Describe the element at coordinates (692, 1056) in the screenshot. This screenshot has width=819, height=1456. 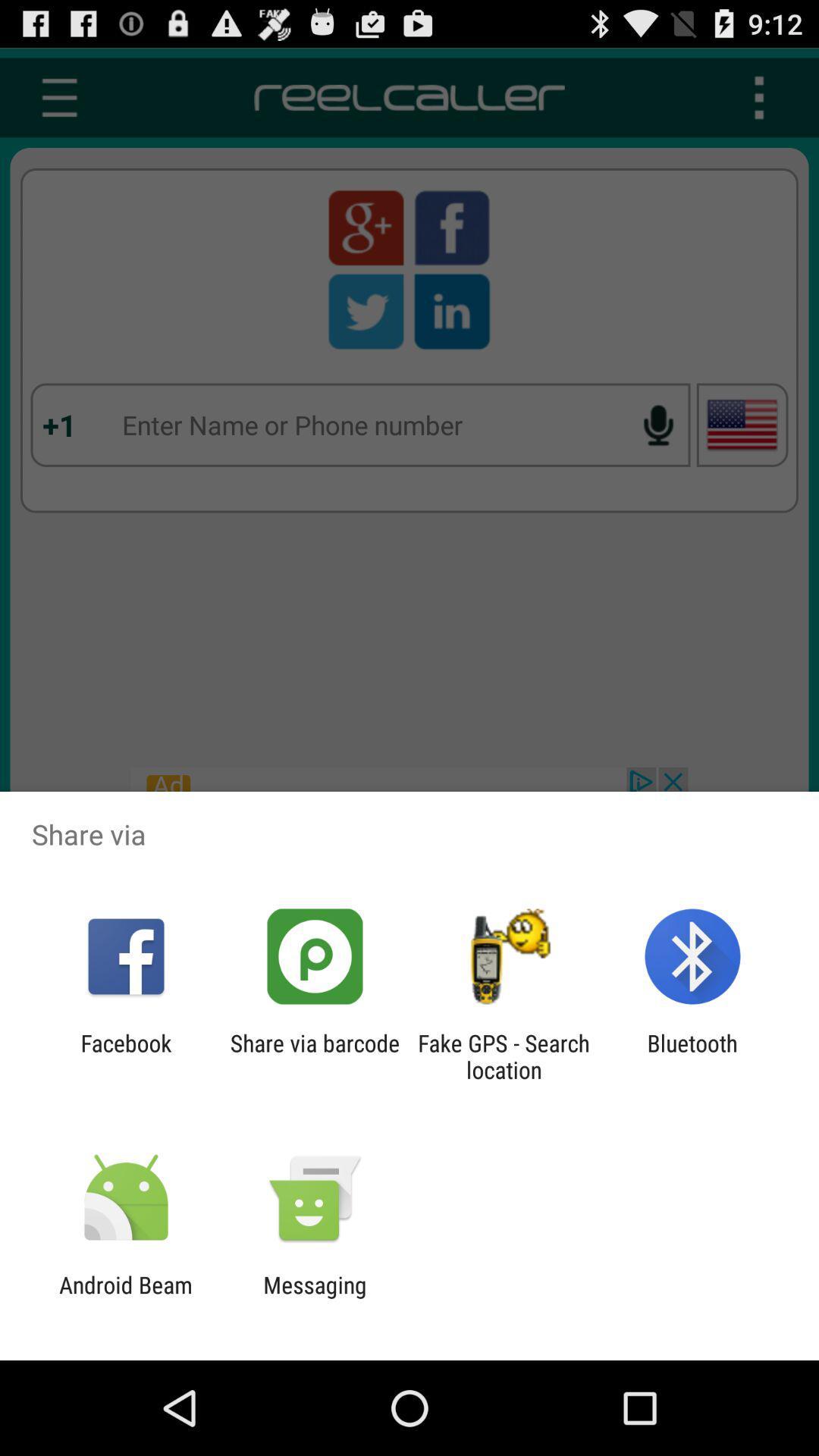
I see `bluetooth app` at that location.